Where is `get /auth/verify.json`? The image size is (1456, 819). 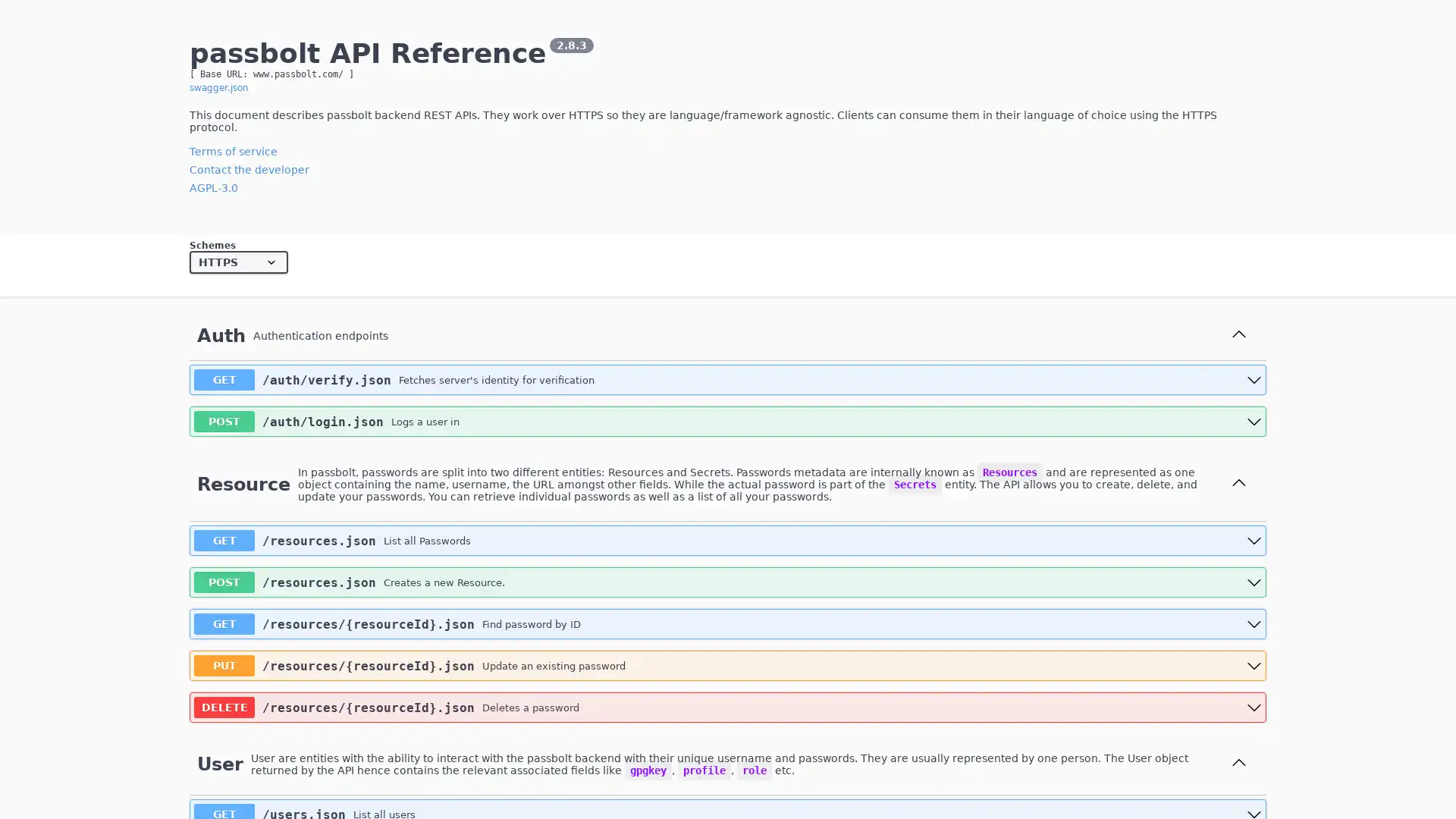
get /auth/verify.json is located at coordinates (728, 379).